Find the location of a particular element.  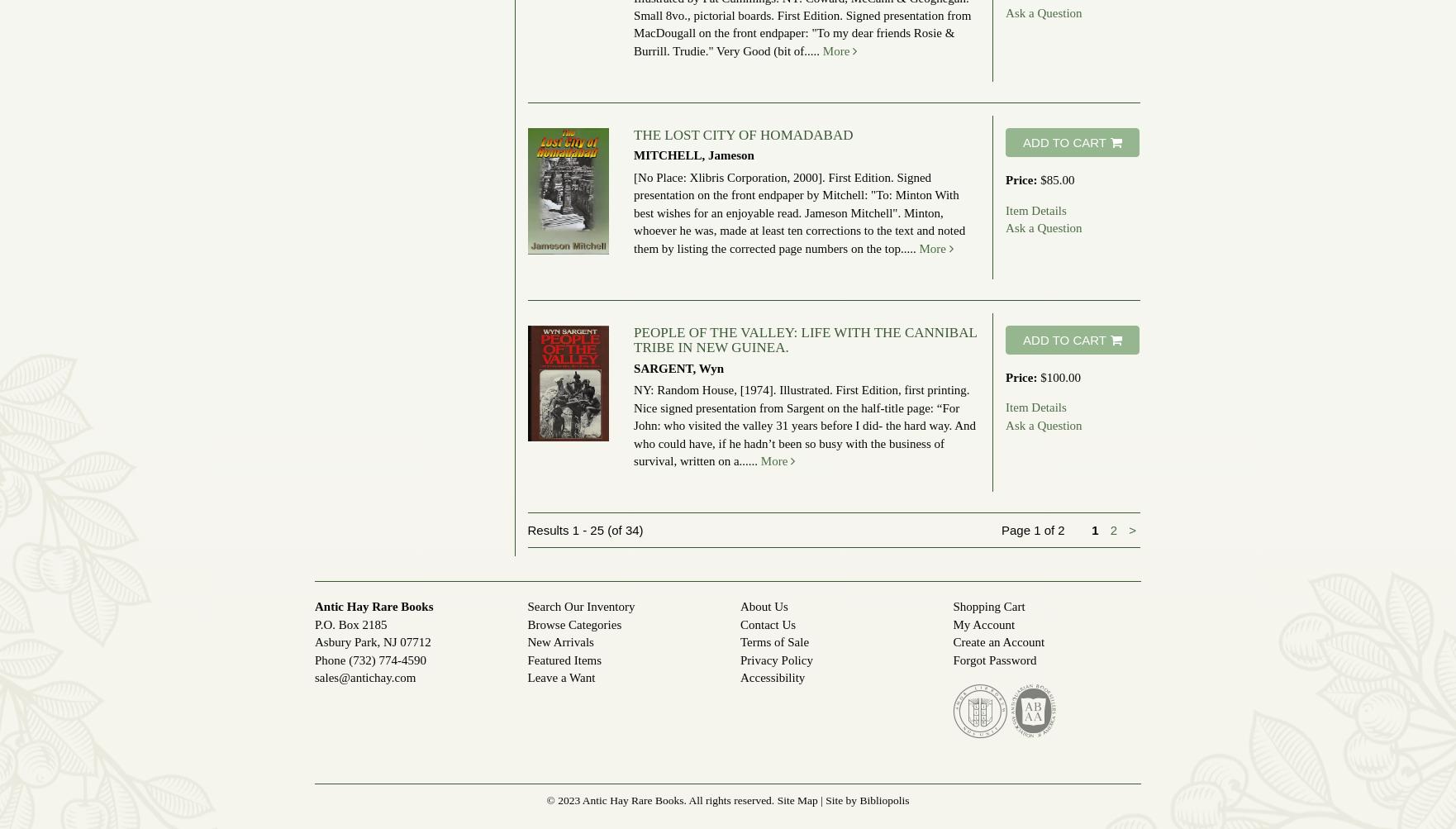

'SARGENT, Wyn' is located at coordinates (678, 368).